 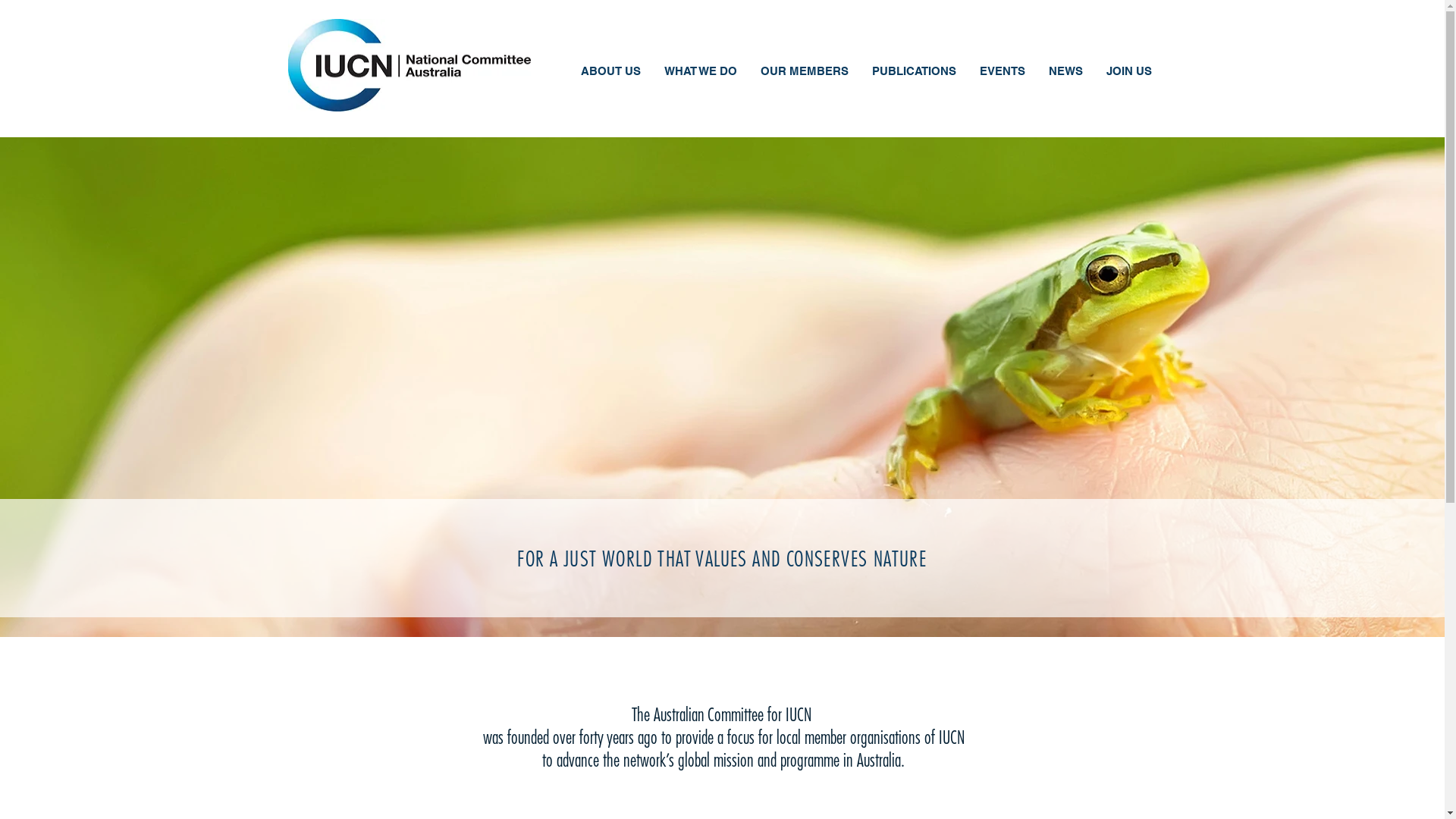 What do you see at coordinates (1035, 72) in the screenshot?
I see `'NEWS'` at bounding box center [1035, 72].